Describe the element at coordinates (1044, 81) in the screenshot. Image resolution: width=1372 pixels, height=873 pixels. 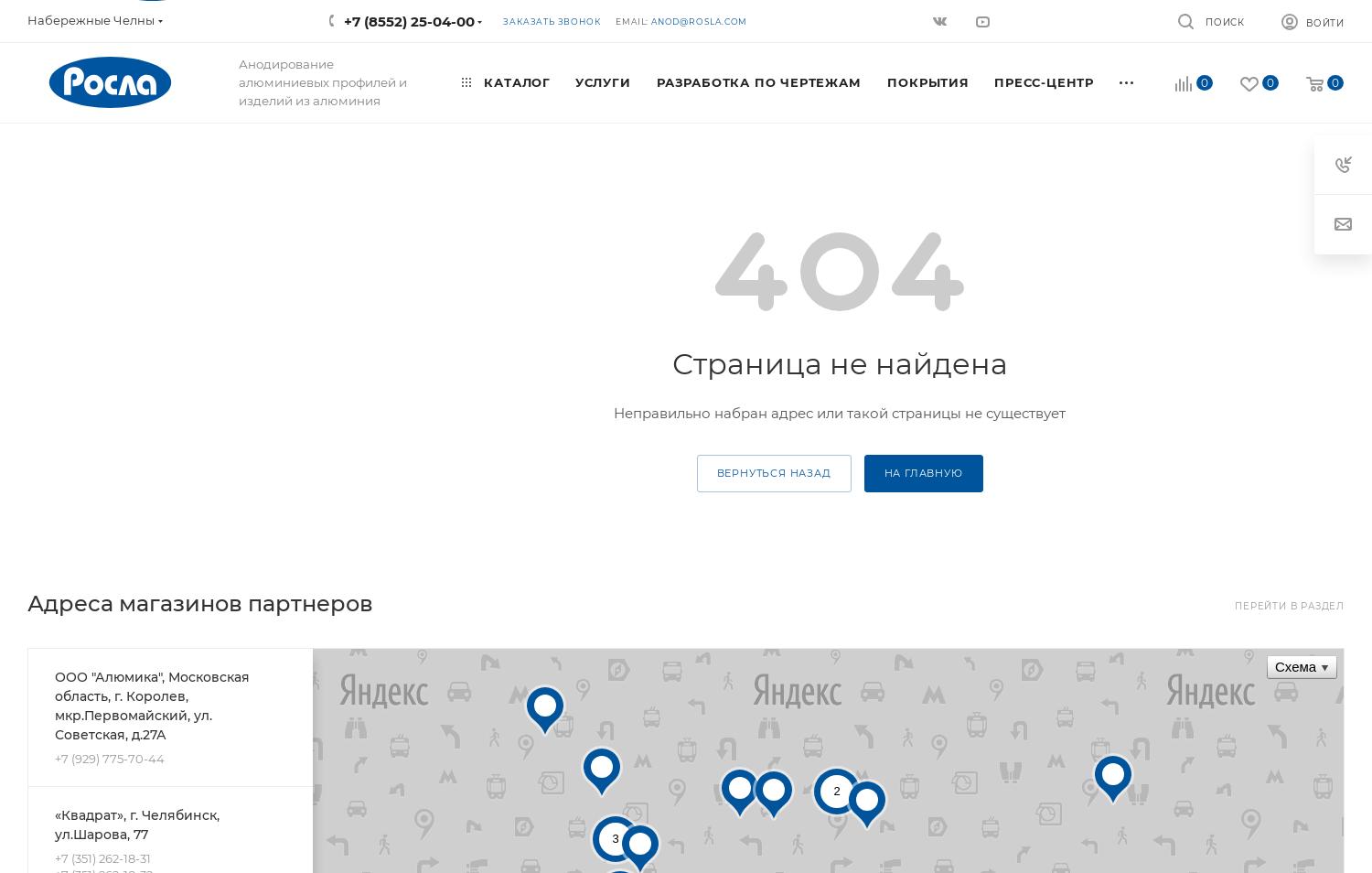
I see `'Пресс-центр'` at that location.